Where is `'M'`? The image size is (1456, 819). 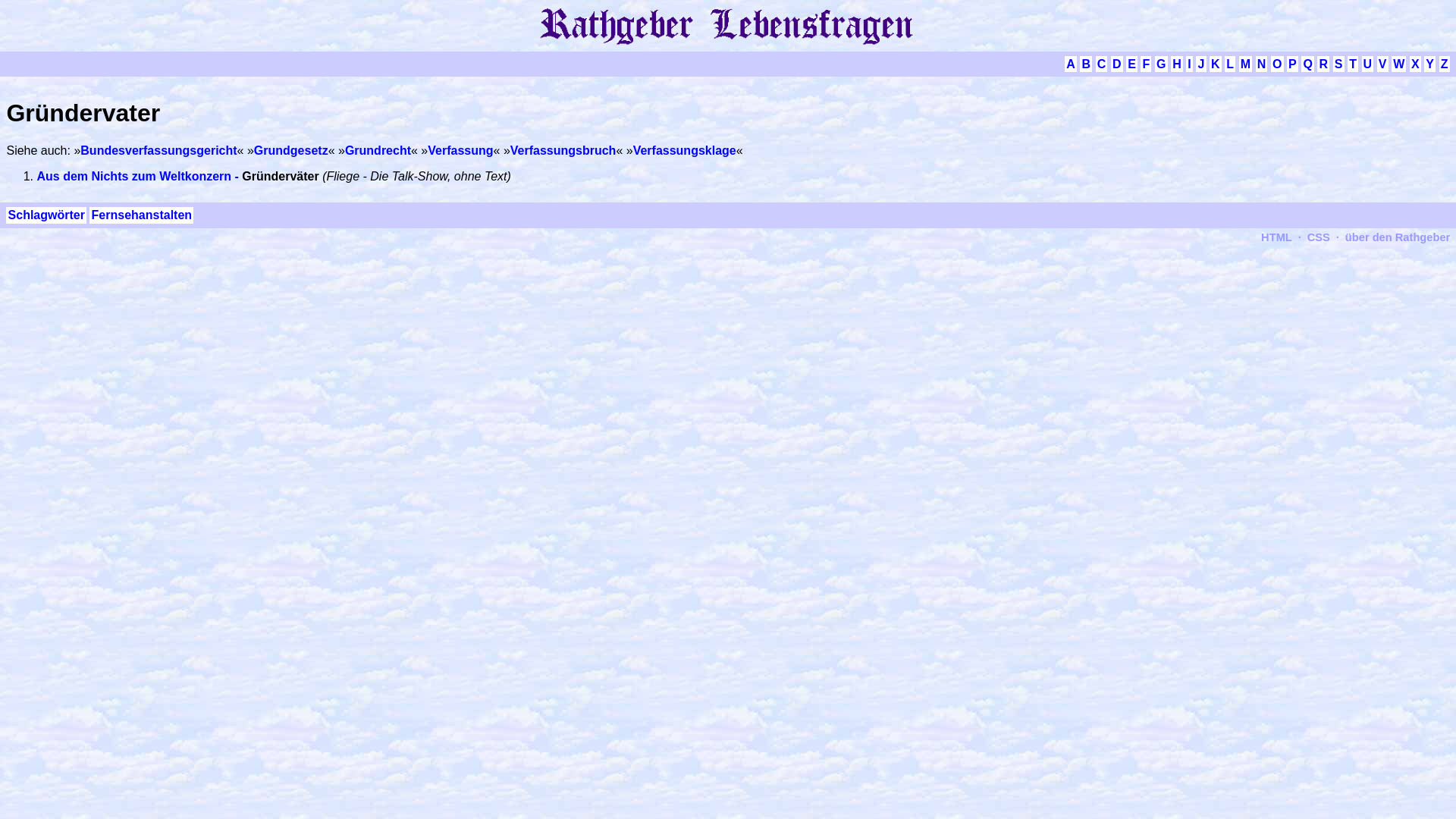
'M' is located at coordinates (1245, 63).